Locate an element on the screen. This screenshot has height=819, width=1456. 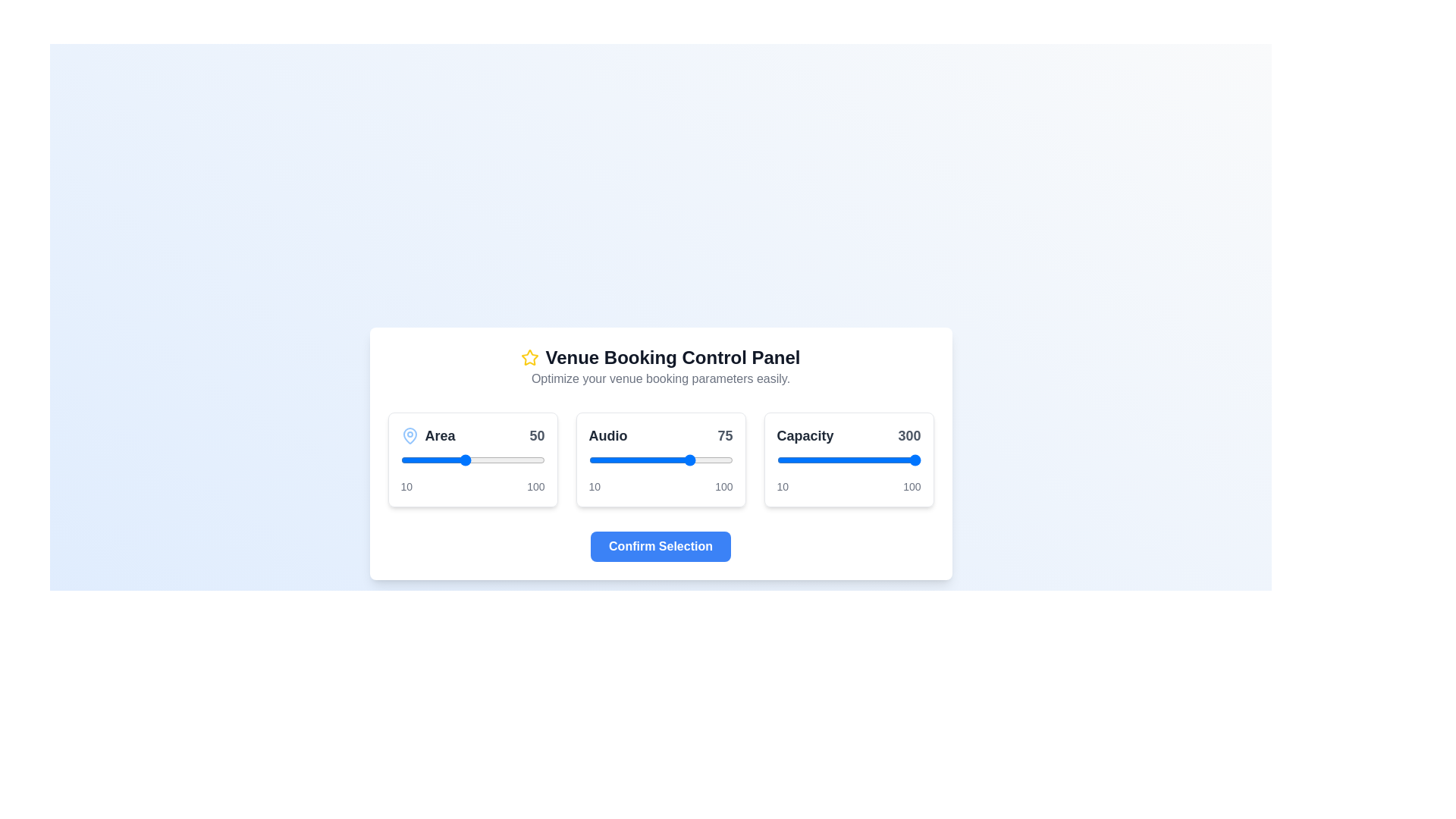
the audio level is located at coordinates (602, 459).